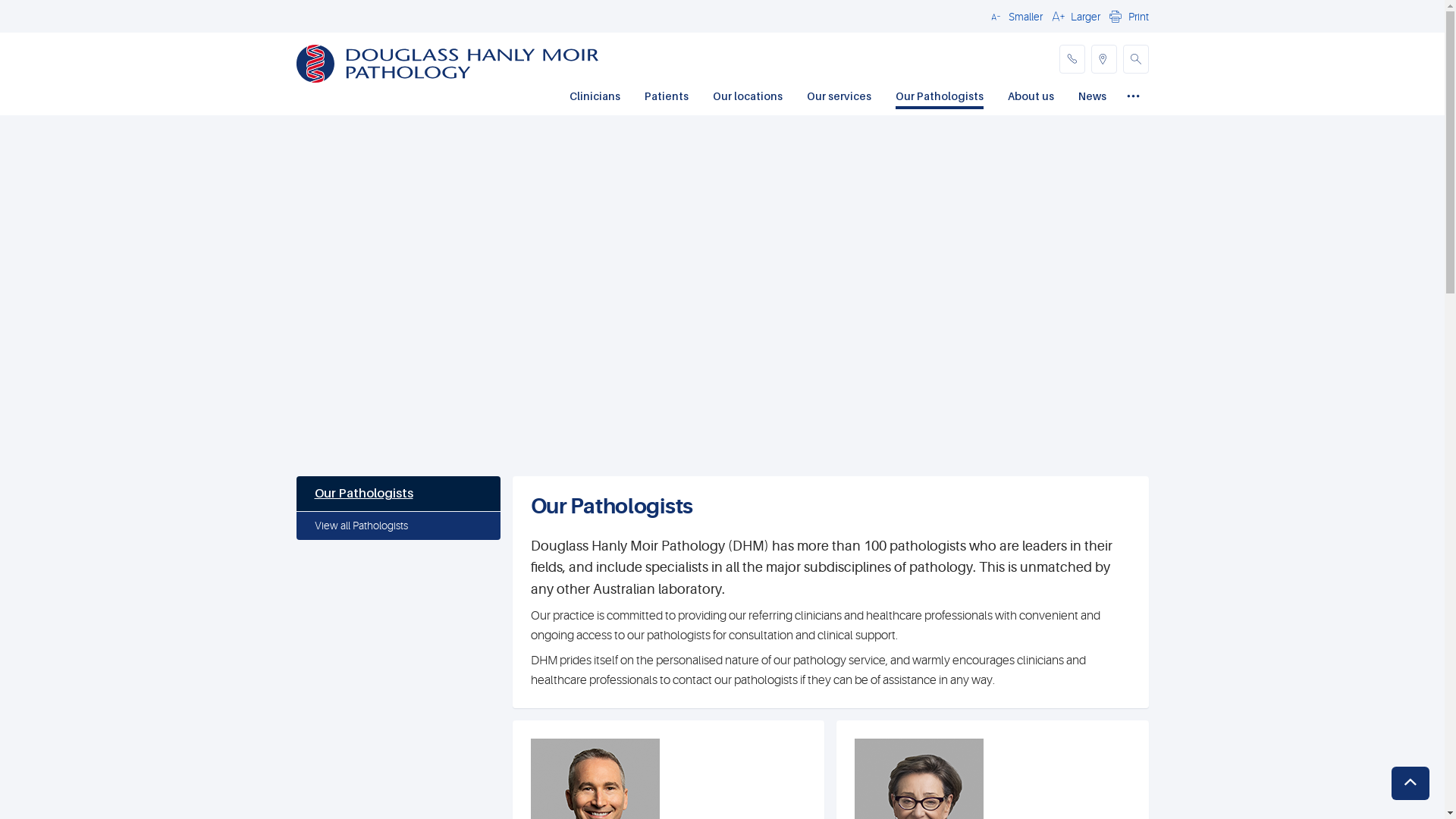  Describe the element at coordinates (397, 526) in the screenshot. I see `'View all Pathologists'` at that location.